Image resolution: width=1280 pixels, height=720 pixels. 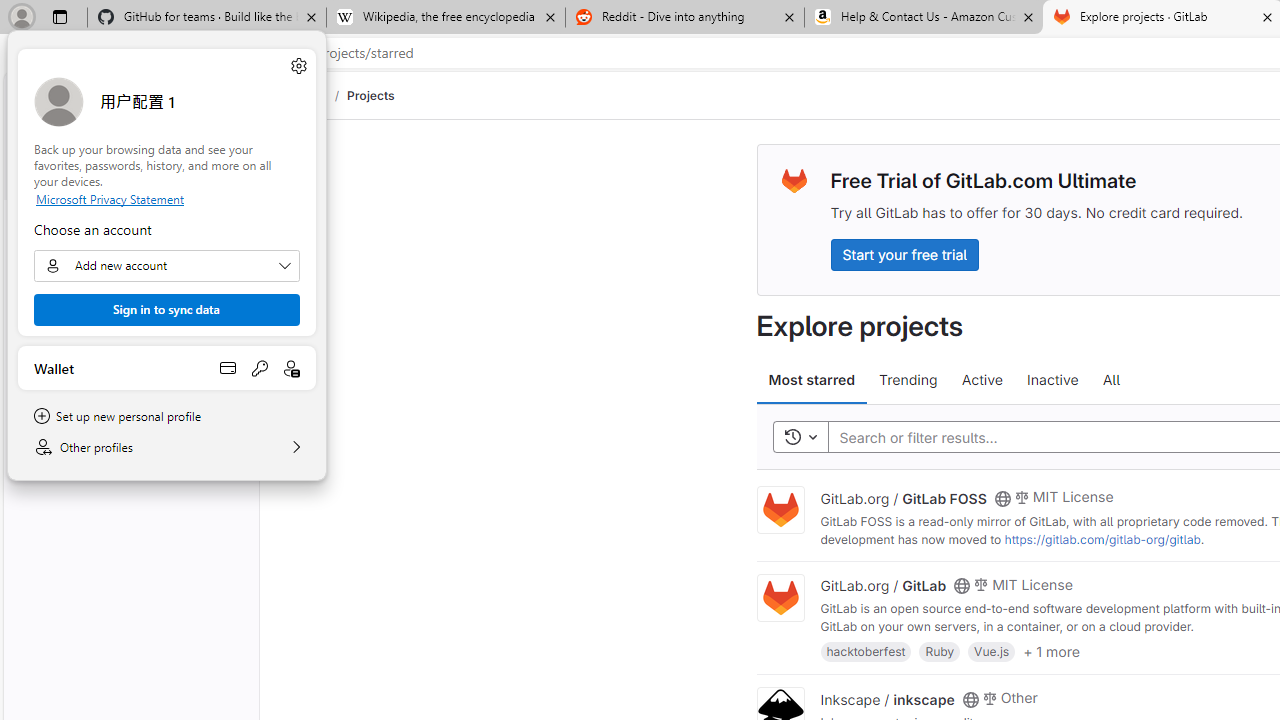 What do you see at coordinates (259, 367) in the screenshot?
I see `'Open passwords'` at bounding box center [259, 367].